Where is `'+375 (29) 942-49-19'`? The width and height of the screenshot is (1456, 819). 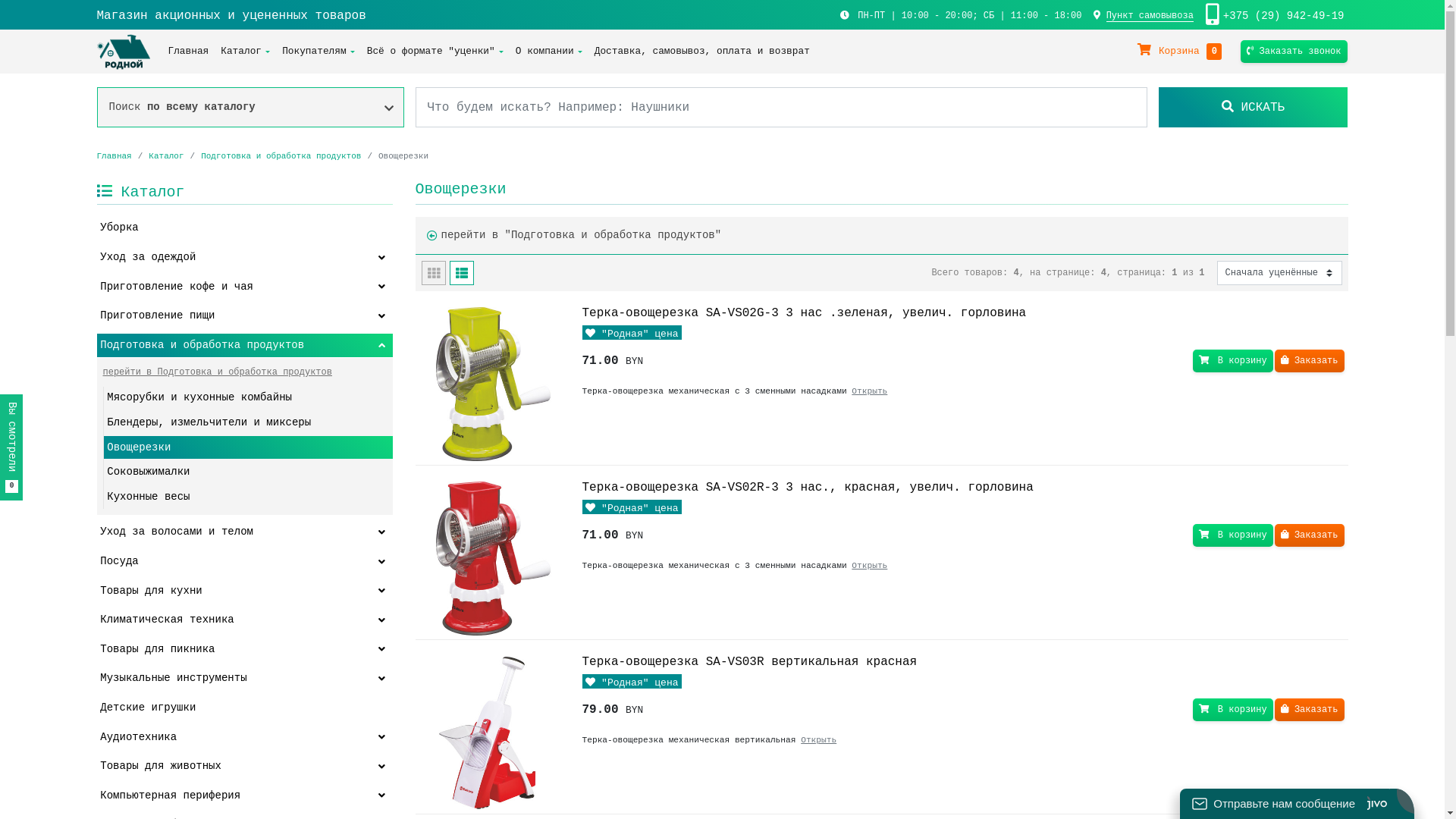
'+375 (29) 942-49-19' is located at coordinates (1222, 14).